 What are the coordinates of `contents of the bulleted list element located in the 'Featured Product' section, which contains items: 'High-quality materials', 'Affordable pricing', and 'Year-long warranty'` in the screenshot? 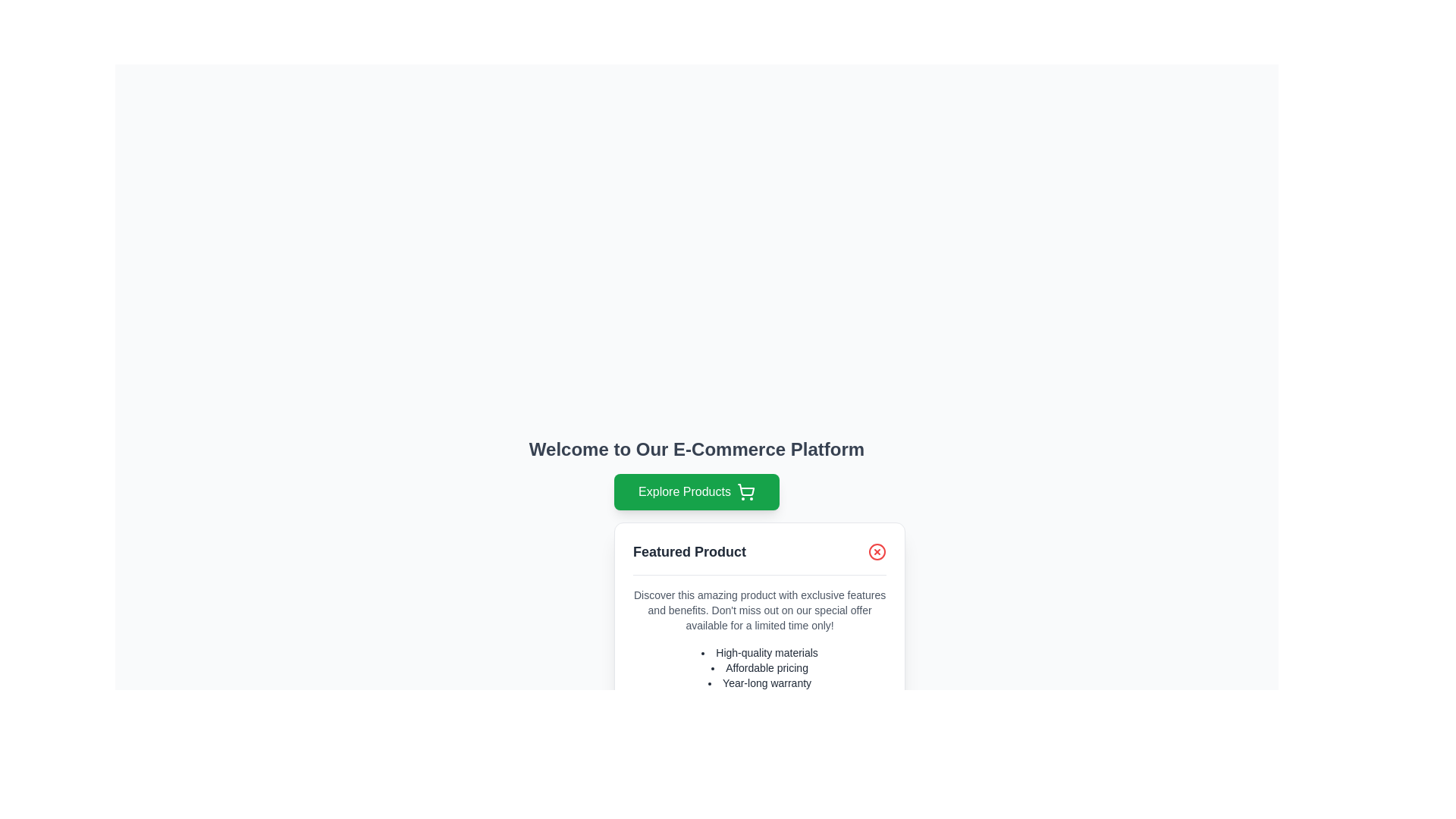 It's located at (760, 667).